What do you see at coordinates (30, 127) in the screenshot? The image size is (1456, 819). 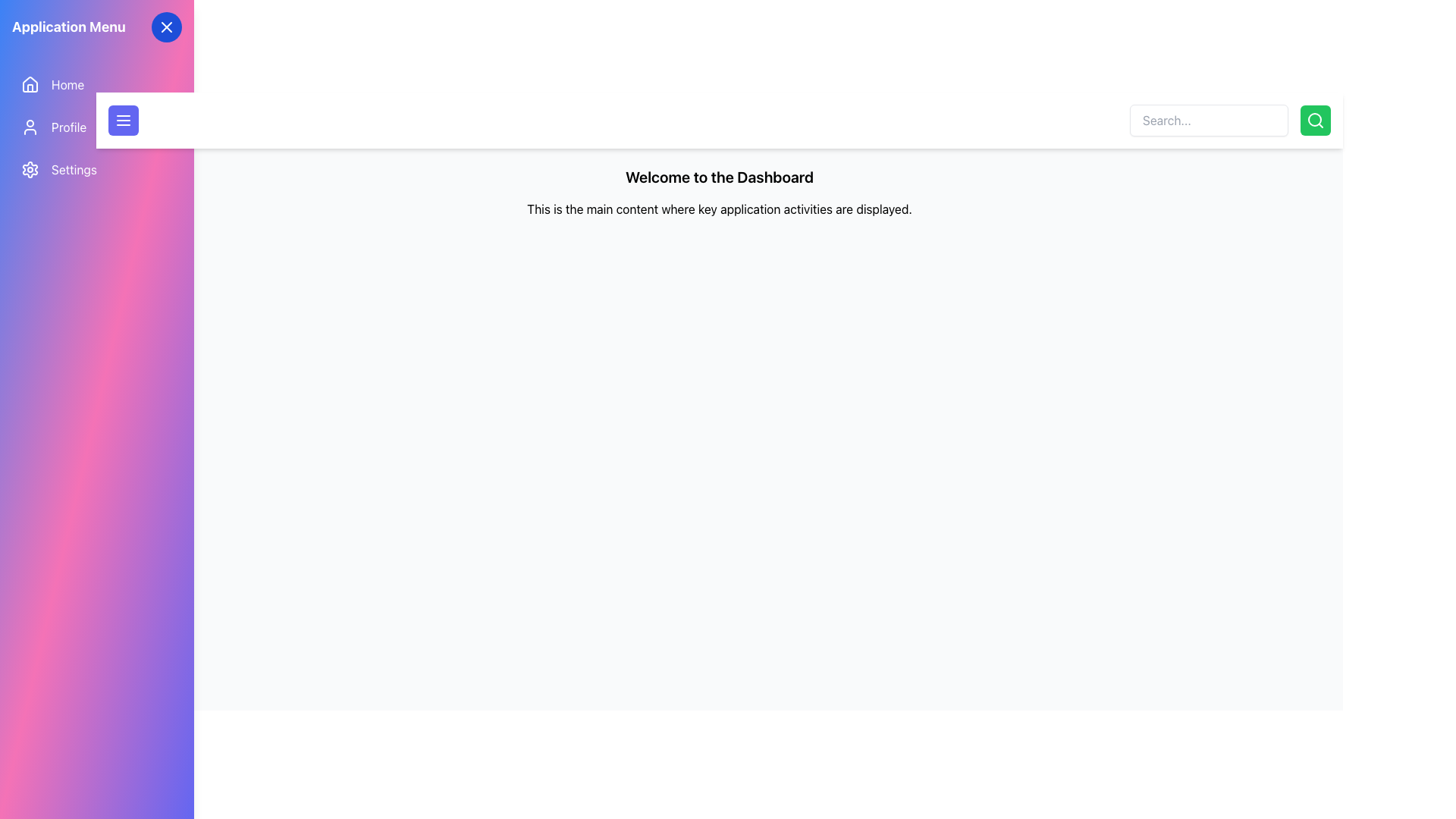 I see `the SVG user avatar icon located in the 'Profile' navigation menu on the left sidebar, which features a white line art design on a gradient background` at bounding box center [30, 127].